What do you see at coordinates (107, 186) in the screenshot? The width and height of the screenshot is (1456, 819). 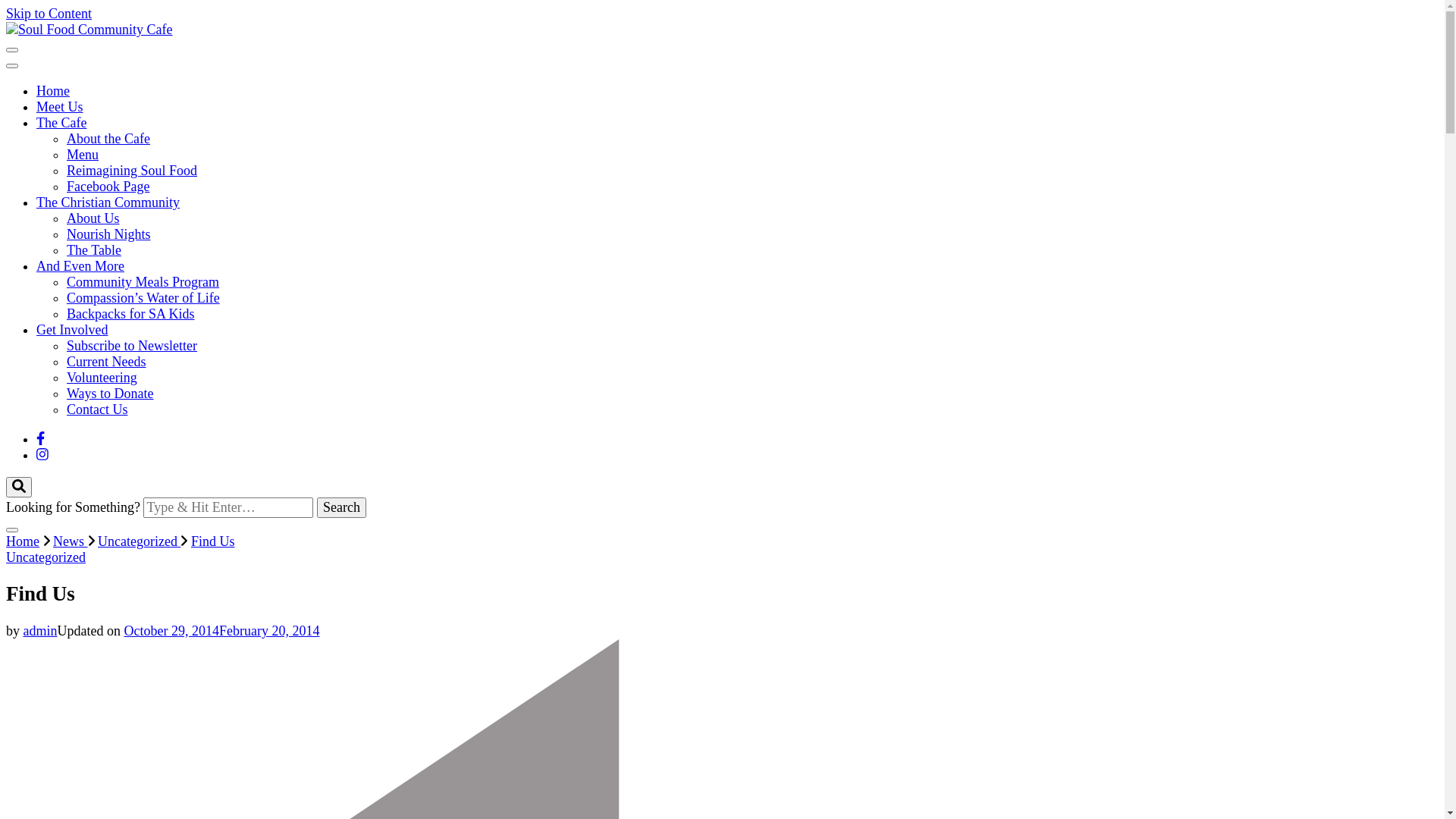 I see `'Facebook Page'` at bounding box center [107, 186].